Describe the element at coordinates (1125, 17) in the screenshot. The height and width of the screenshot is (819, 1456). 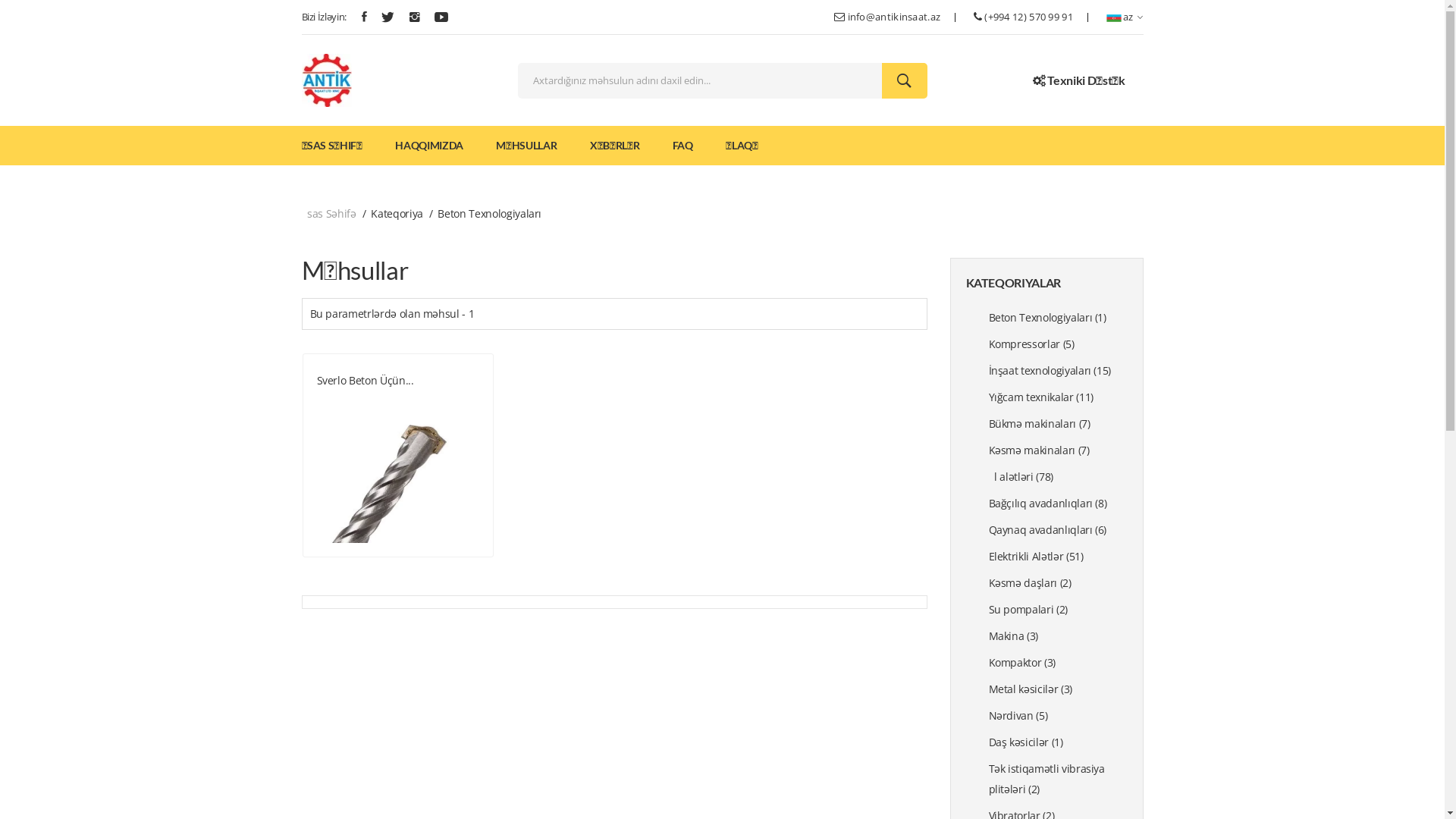
I see `'az'` at that location.